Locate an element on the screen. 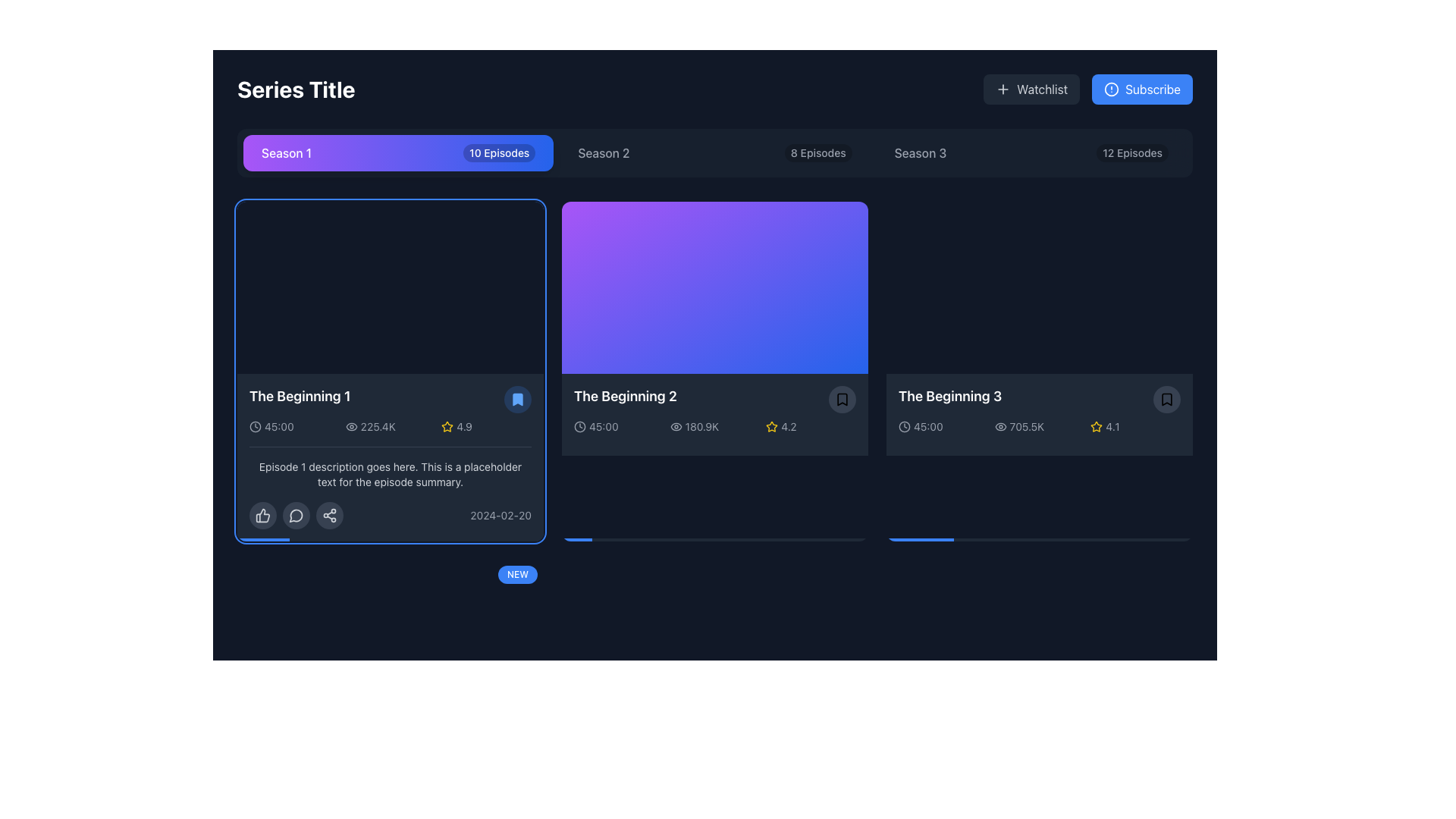  the interactive overview card for the series episode, located in the grid layout under 'Series Title' is located at coordinates (714, 371).